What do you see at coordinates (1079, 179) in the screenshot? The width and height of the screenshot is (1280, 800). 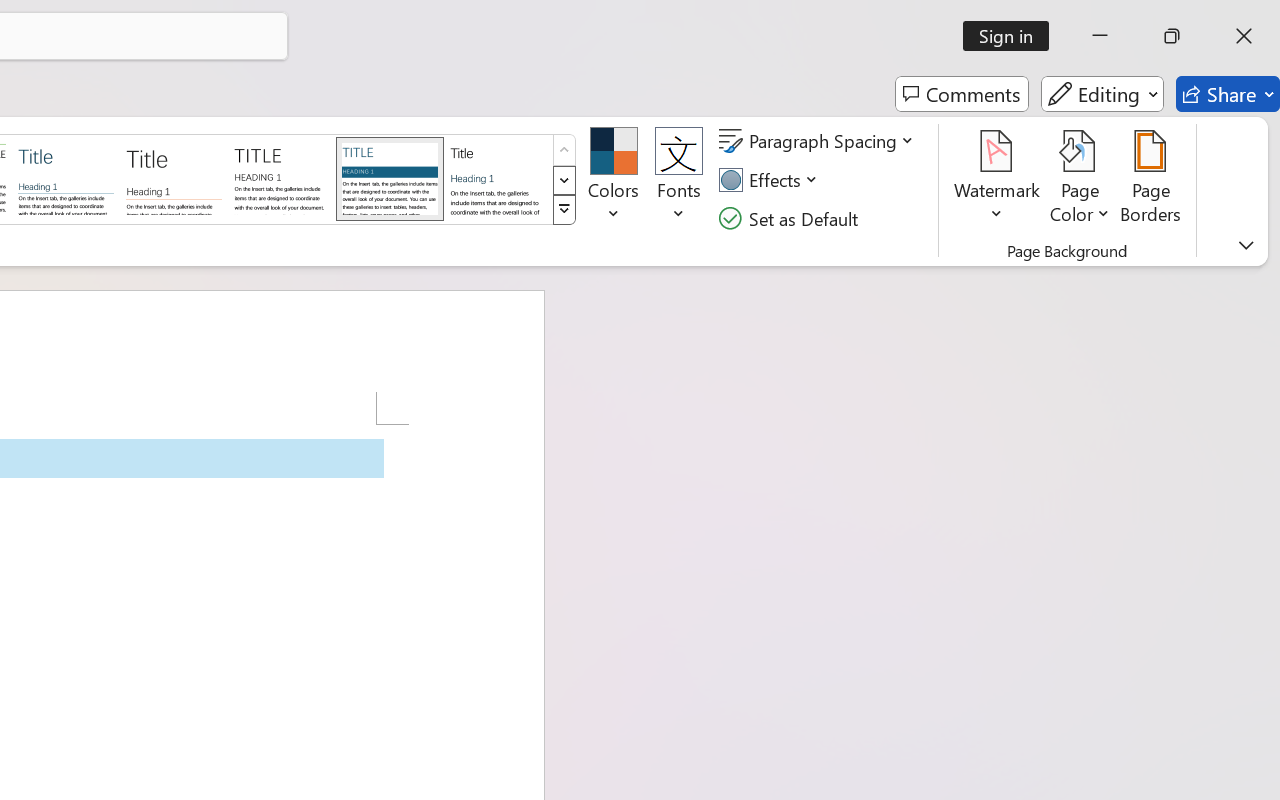 I see `'Page Color'` at bounding box center [1079, 179].